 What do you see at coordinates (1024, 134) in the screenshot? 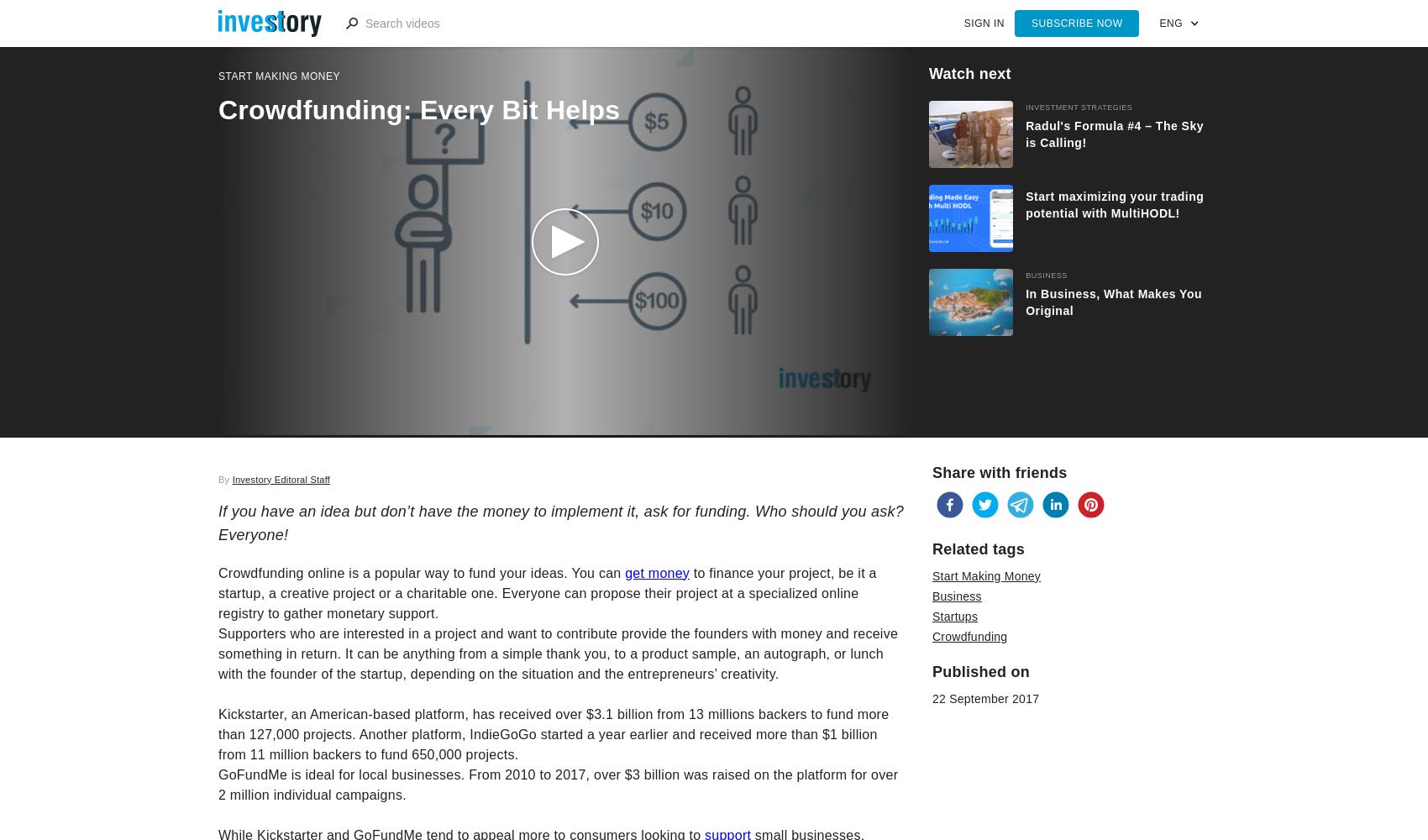
I see `'Radul's Formula #4 – The Sky is Calling!'` at bounding box center [1024, 134].